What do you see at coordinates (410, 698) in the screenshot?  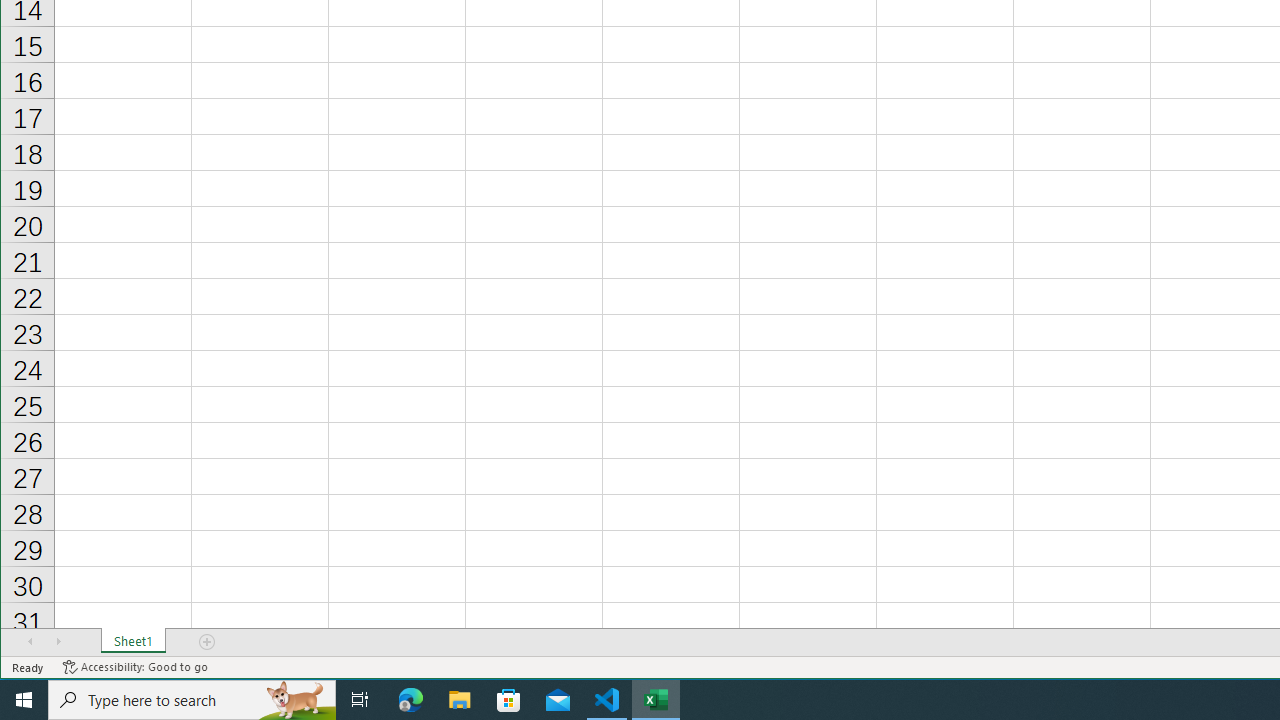 I see `'Microsoft Edge'` at bounding box center [410, 698].